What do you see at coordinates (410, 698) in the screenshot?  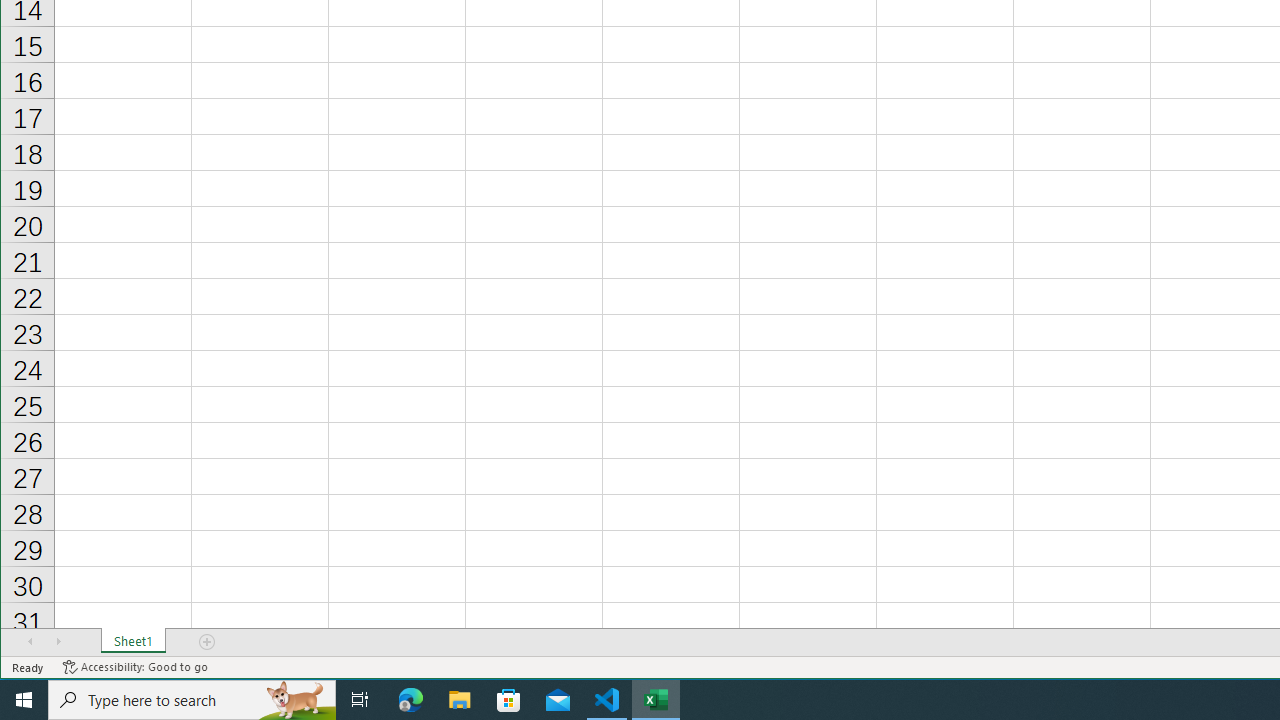 I see `'Microsoft Edge'` at bounding box center [410, 698].